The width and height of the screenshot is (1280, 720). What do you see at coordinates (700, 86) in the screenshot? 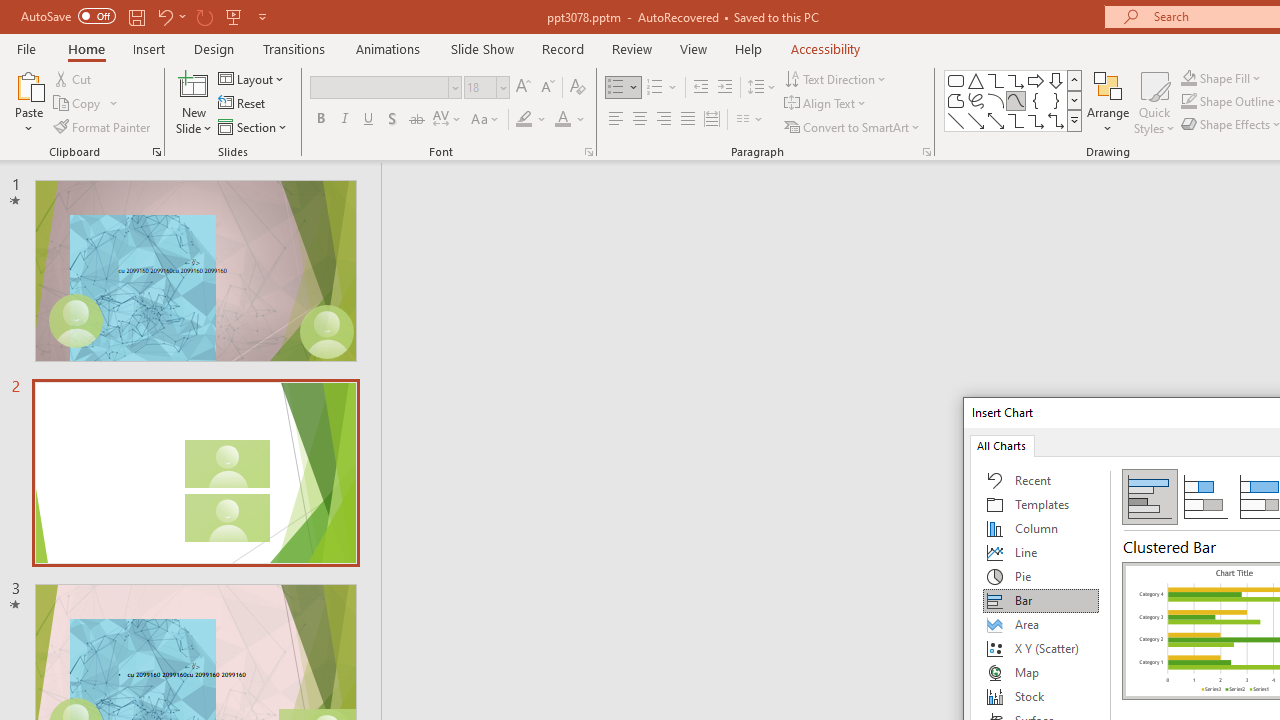
I see `'Decrease Indent'` at bounding box center [700, 86].